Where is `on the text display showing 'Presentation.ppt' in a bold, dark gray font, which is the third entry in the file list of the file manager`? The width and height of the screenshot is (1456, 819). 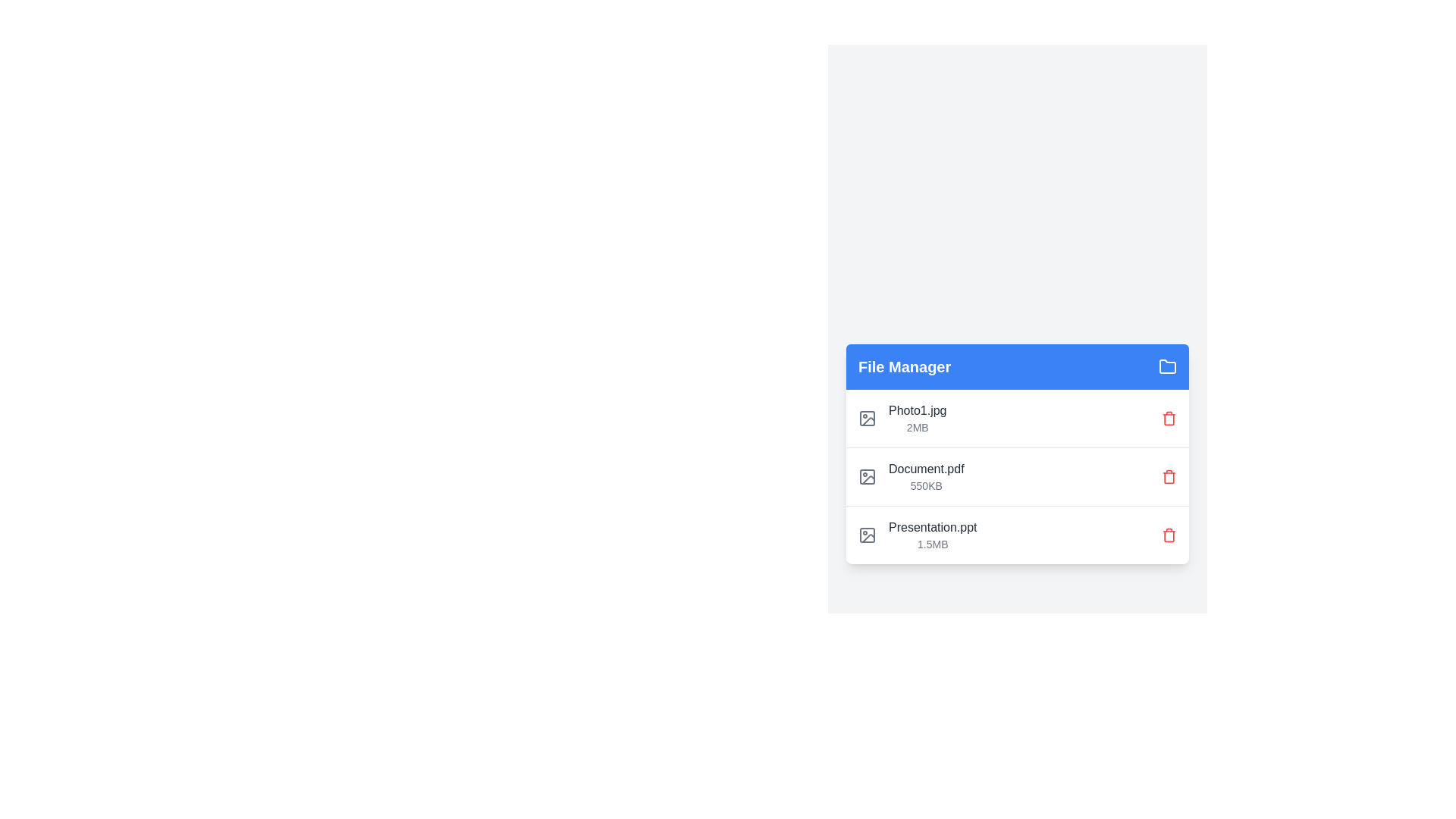
on the text display showing 'Presentation.ppt' in a bold, dark gray font, which is the third entry in the file list of the file manager is located at coordinates (931, 534).